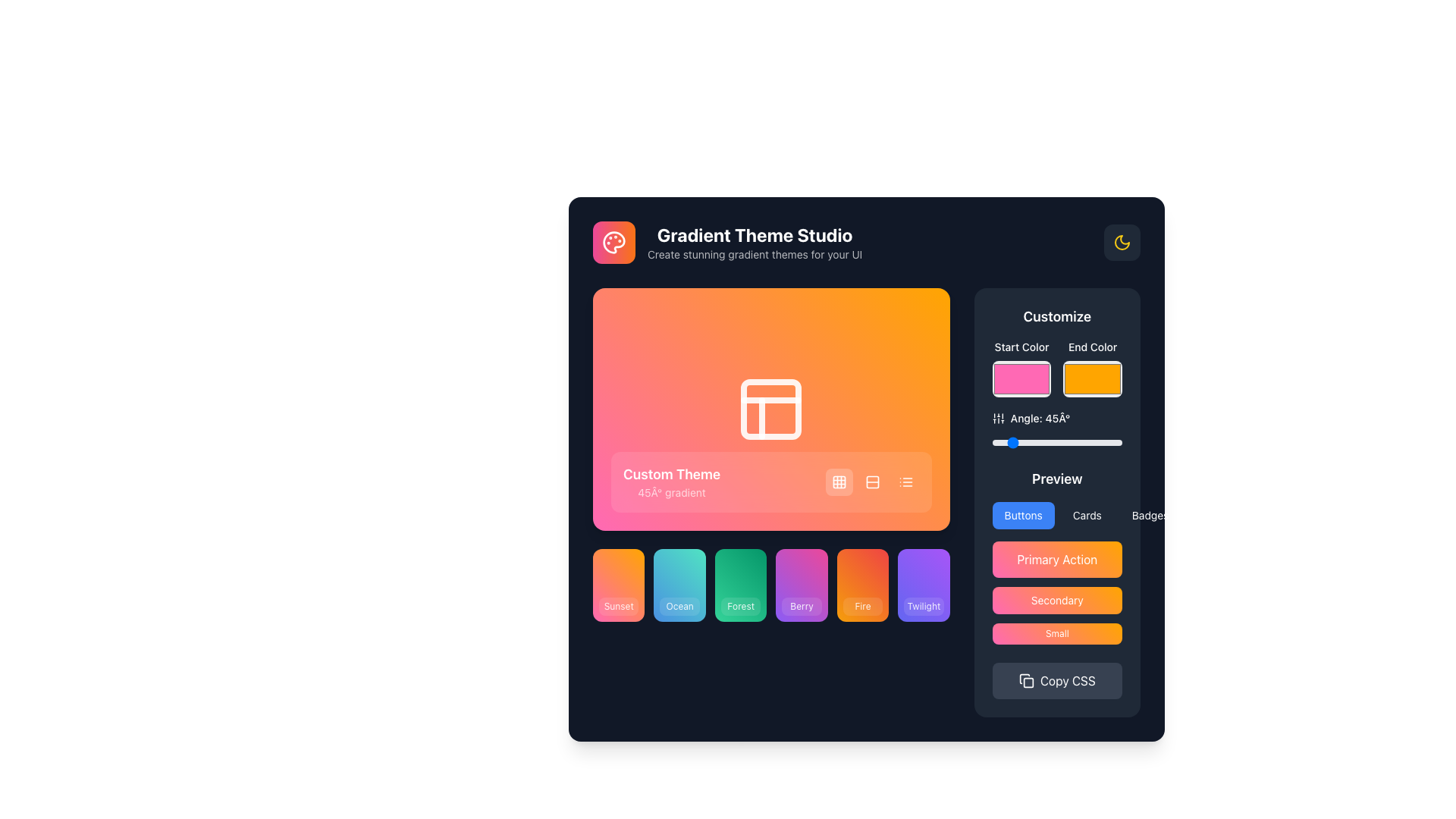 This screenshot has height=819, width=1456. Describe the element at coordinates (741, 605) in the screenshot. I see `static text label displaying 'Forest' located at the bottom-center of the gradient theme preview tile, which is the third tile from the left` at that location.